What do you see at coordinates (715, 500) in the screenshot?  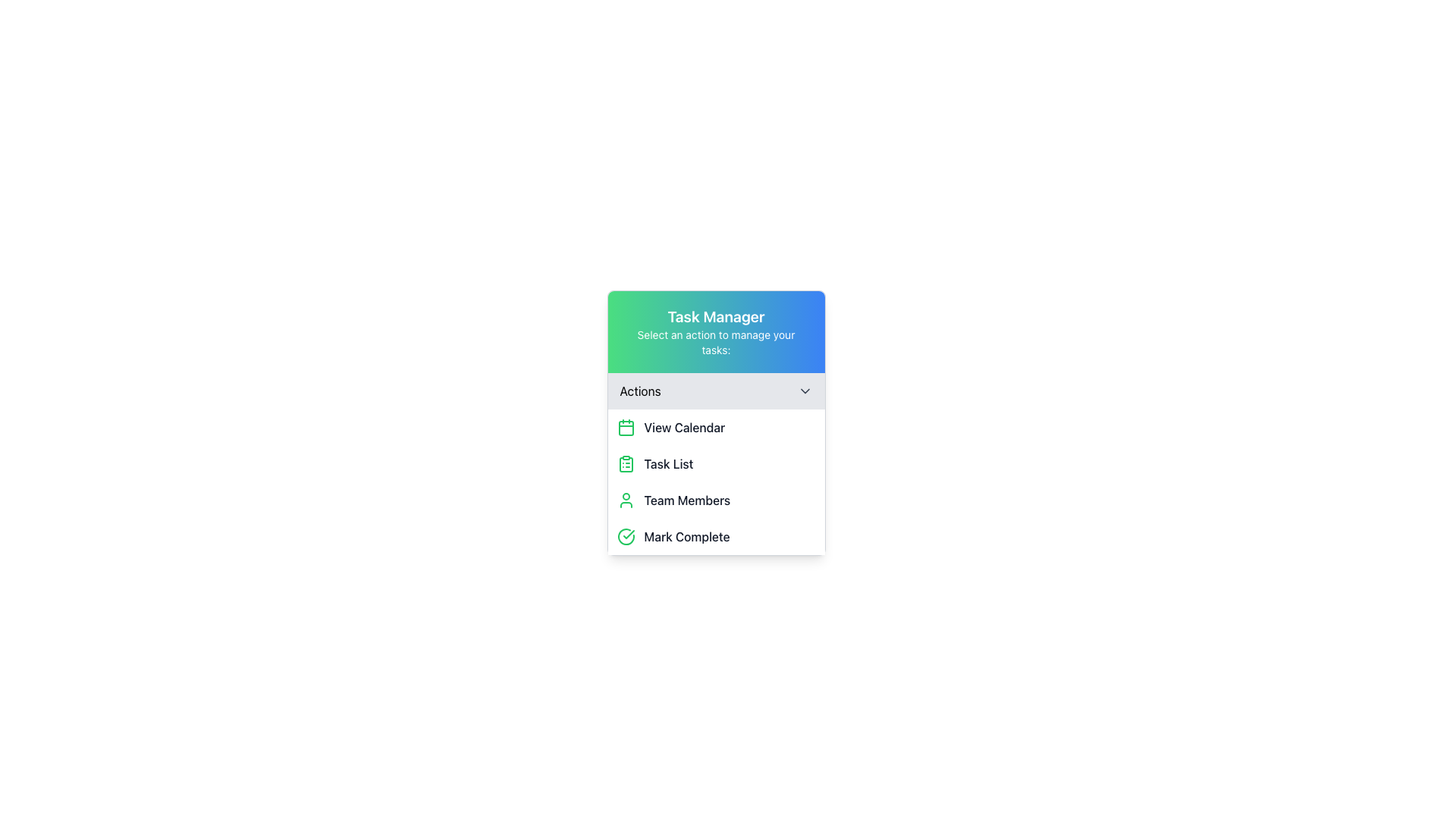 I see `the third option in the vertical list under the 'Task Manager' panel` at bounding box center [715, 500].